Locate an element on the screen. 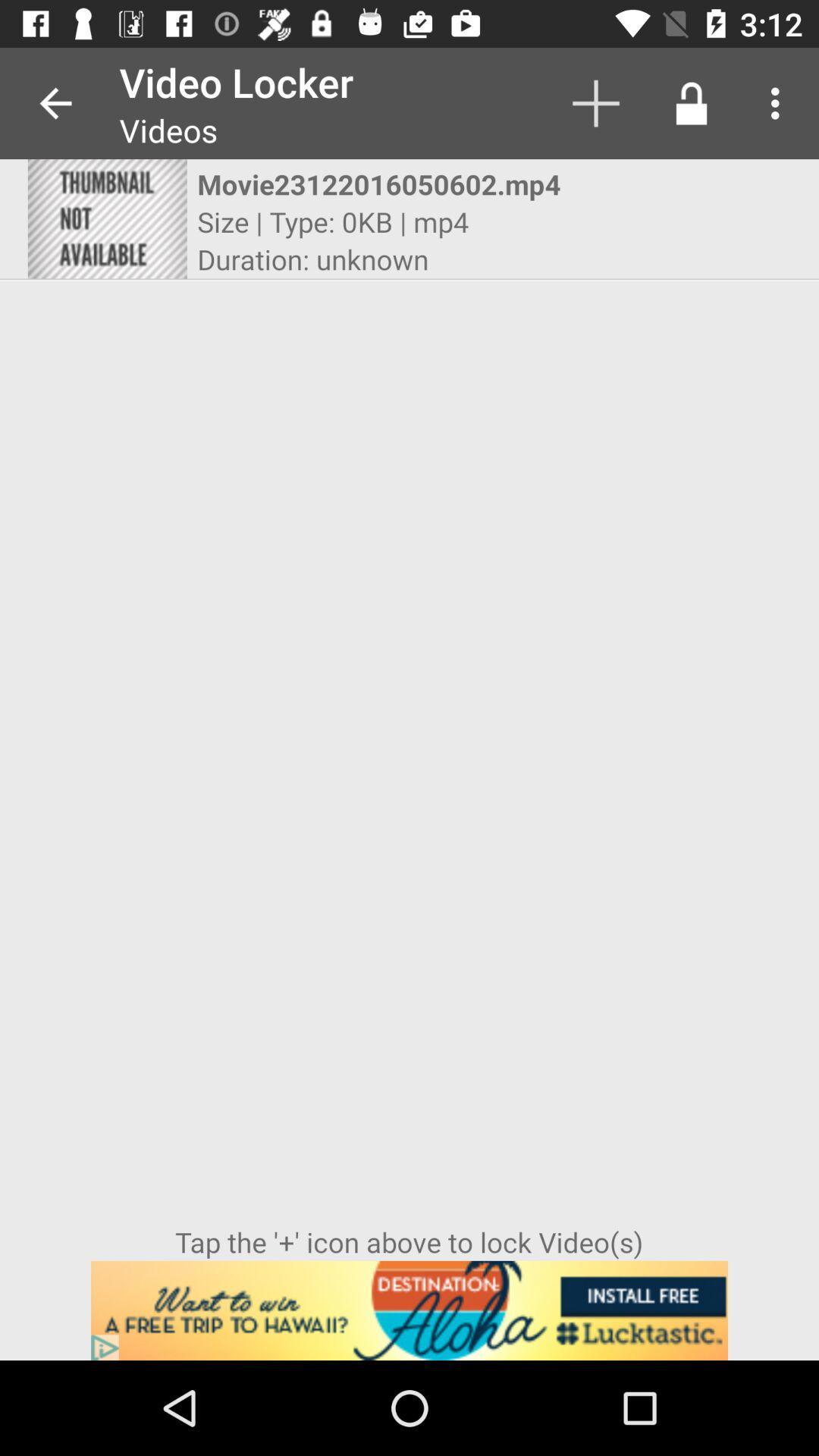 The image size is (819, 1456). the movie23122016050602.mp4 item is located at coordinates (395, 184).